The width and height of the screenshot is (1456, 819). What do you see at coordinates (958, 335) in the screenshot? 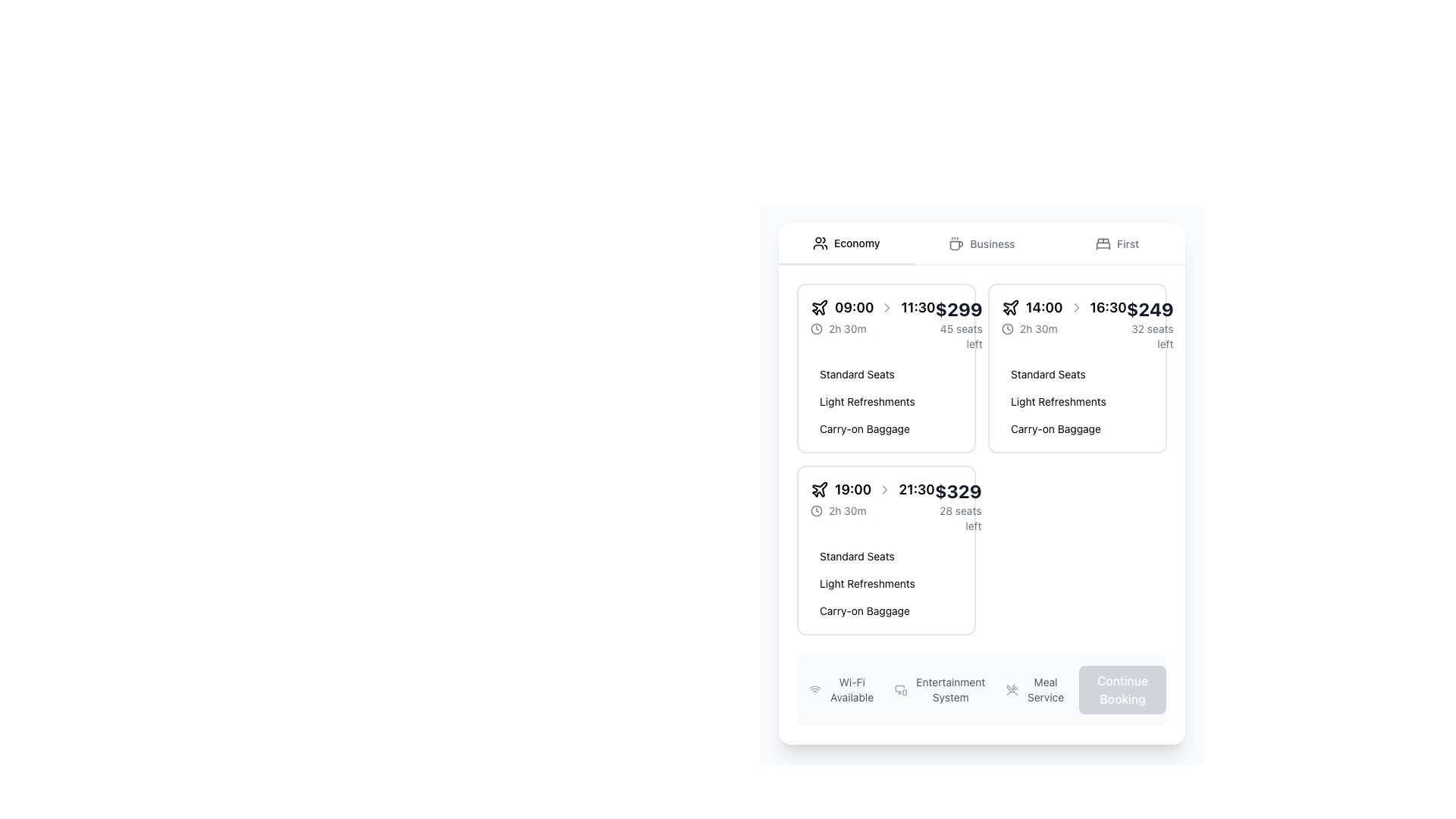
I see `text label displaying '45 seats left' located below the '$299' price text in the top-left ticket option of the ticket selection grid` at bounding box center [958, 335].